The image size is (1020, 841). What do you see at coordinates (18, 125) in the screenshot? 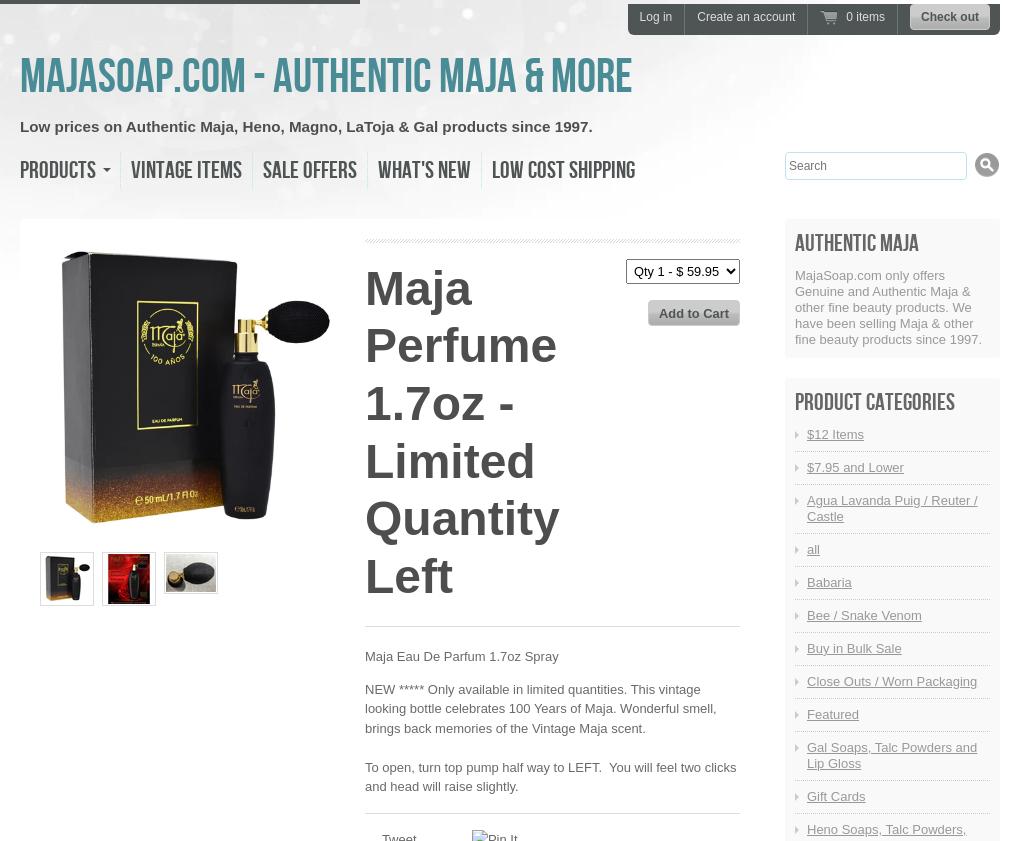
I see `'Low prices on Authentic Maja, Heno, Magno, LaToja & Gal products since 1997.'` at bounding box center [18, 125].